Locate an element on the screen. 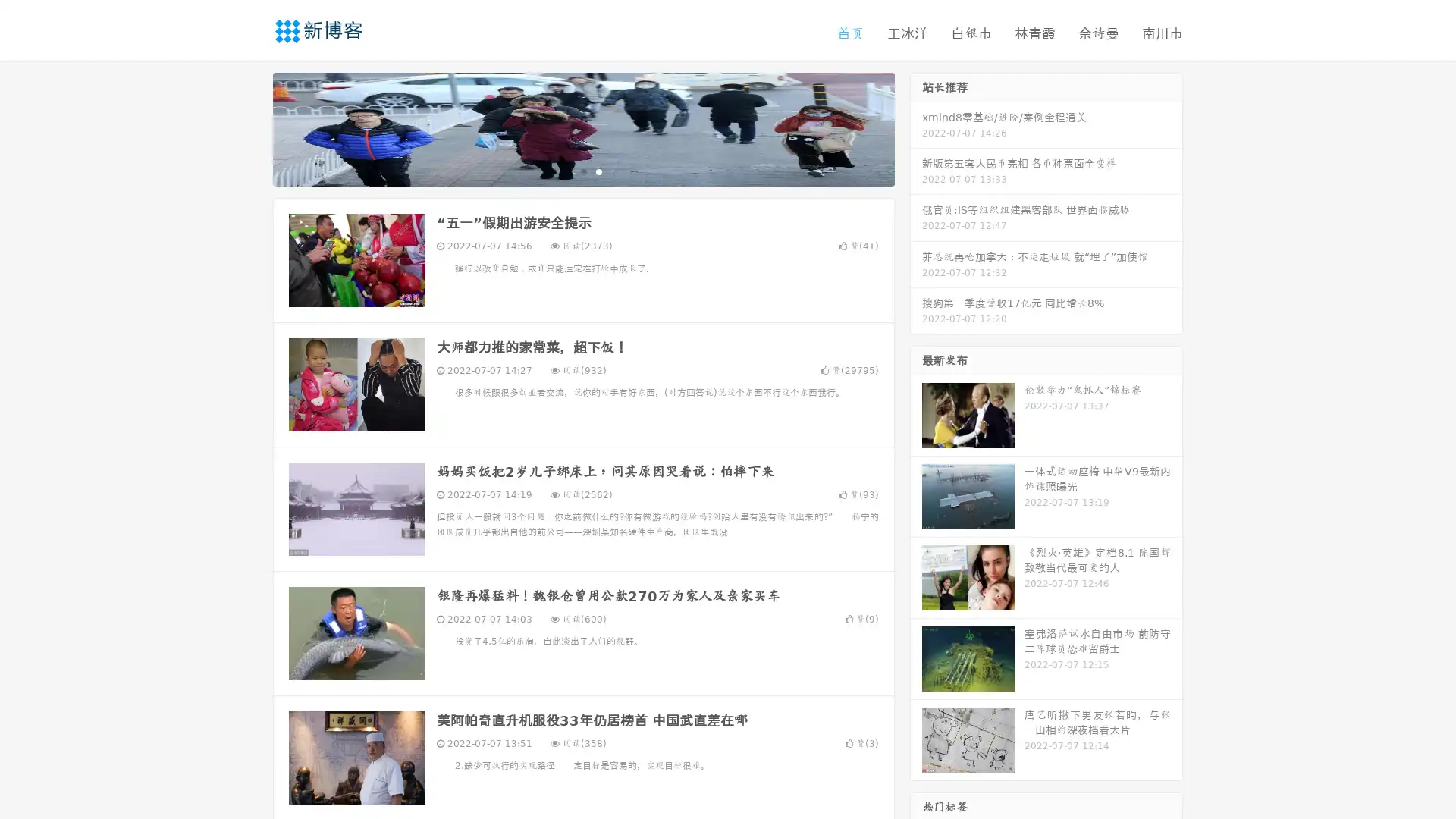  Go to slide 3 is located at coordinates (598, 171).